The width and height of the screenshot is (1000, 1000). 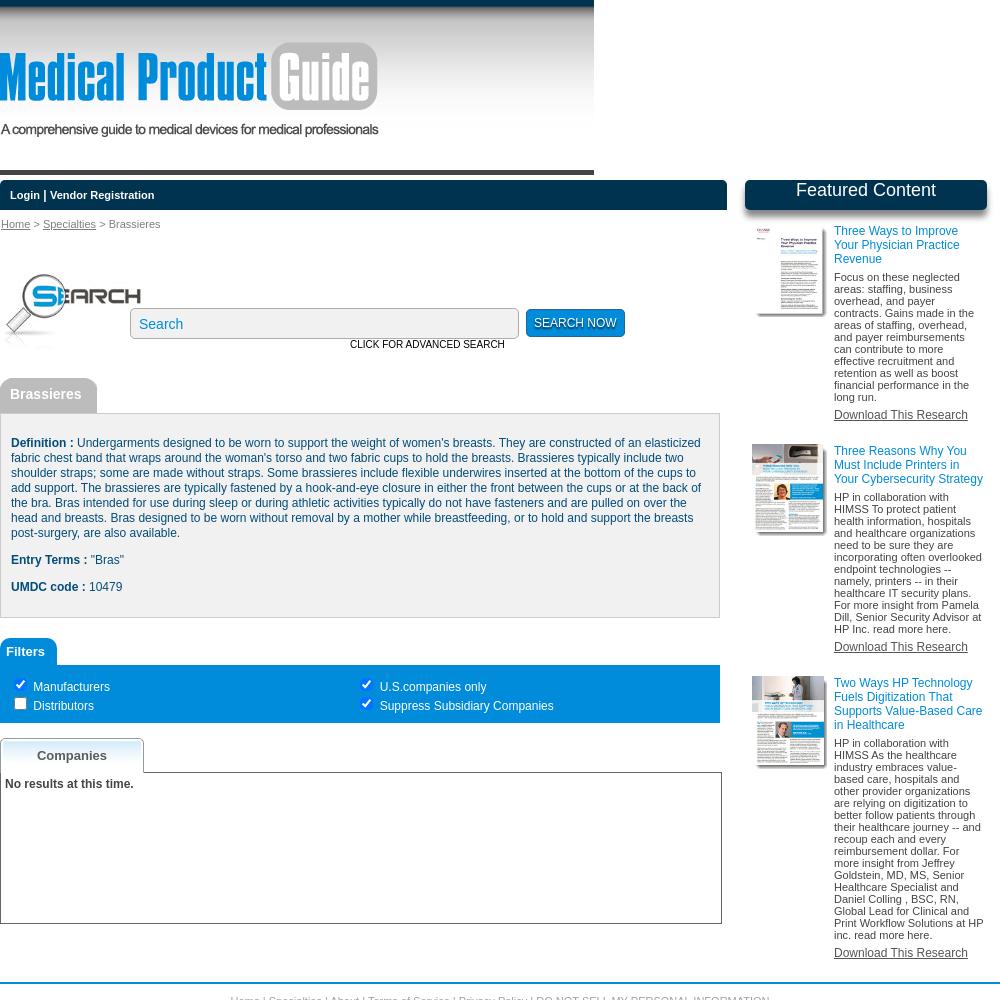 I want to click on 'Vendor Registration', so click(x=100, y=194).